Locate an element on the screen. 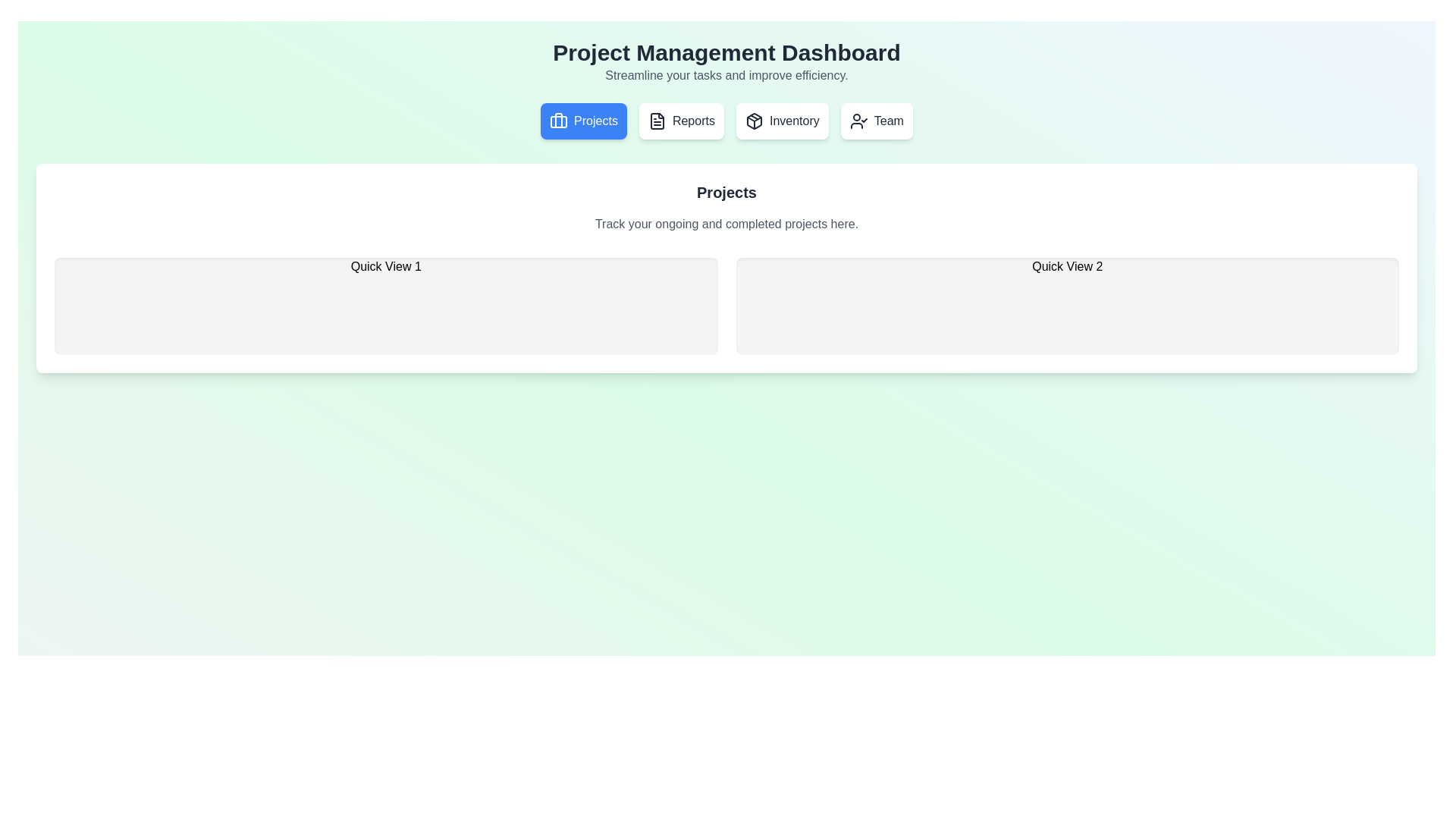 The width and height of the screenshot is (1456, 819). the briefcase icon located at the leftmost part of the 'Projects' button group, which has a blue circular background and is positioned at the top center of the page is located at coordinates (558, 120).